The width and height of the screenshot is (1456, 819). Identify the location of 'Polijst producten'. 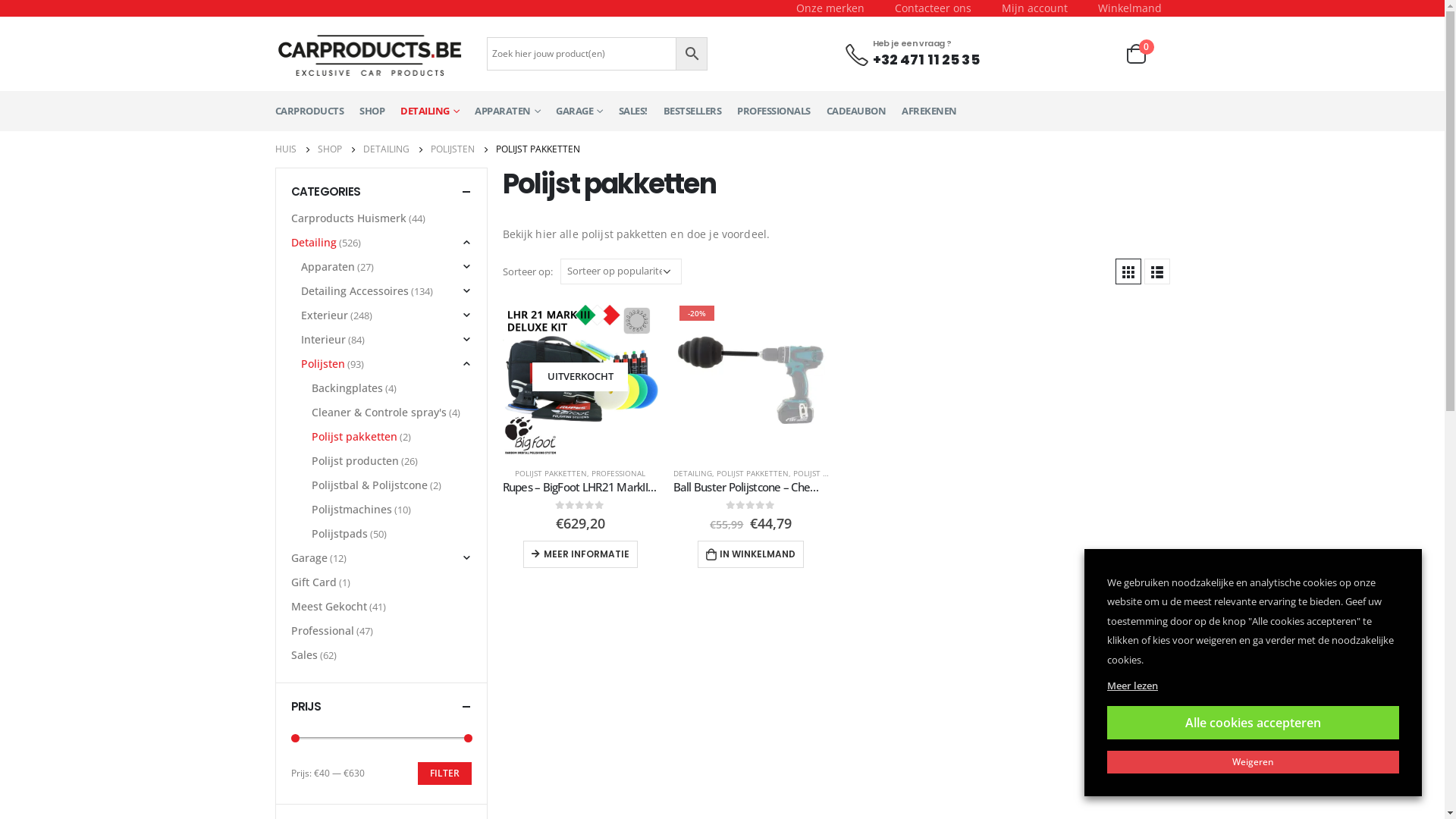
(354, 460).